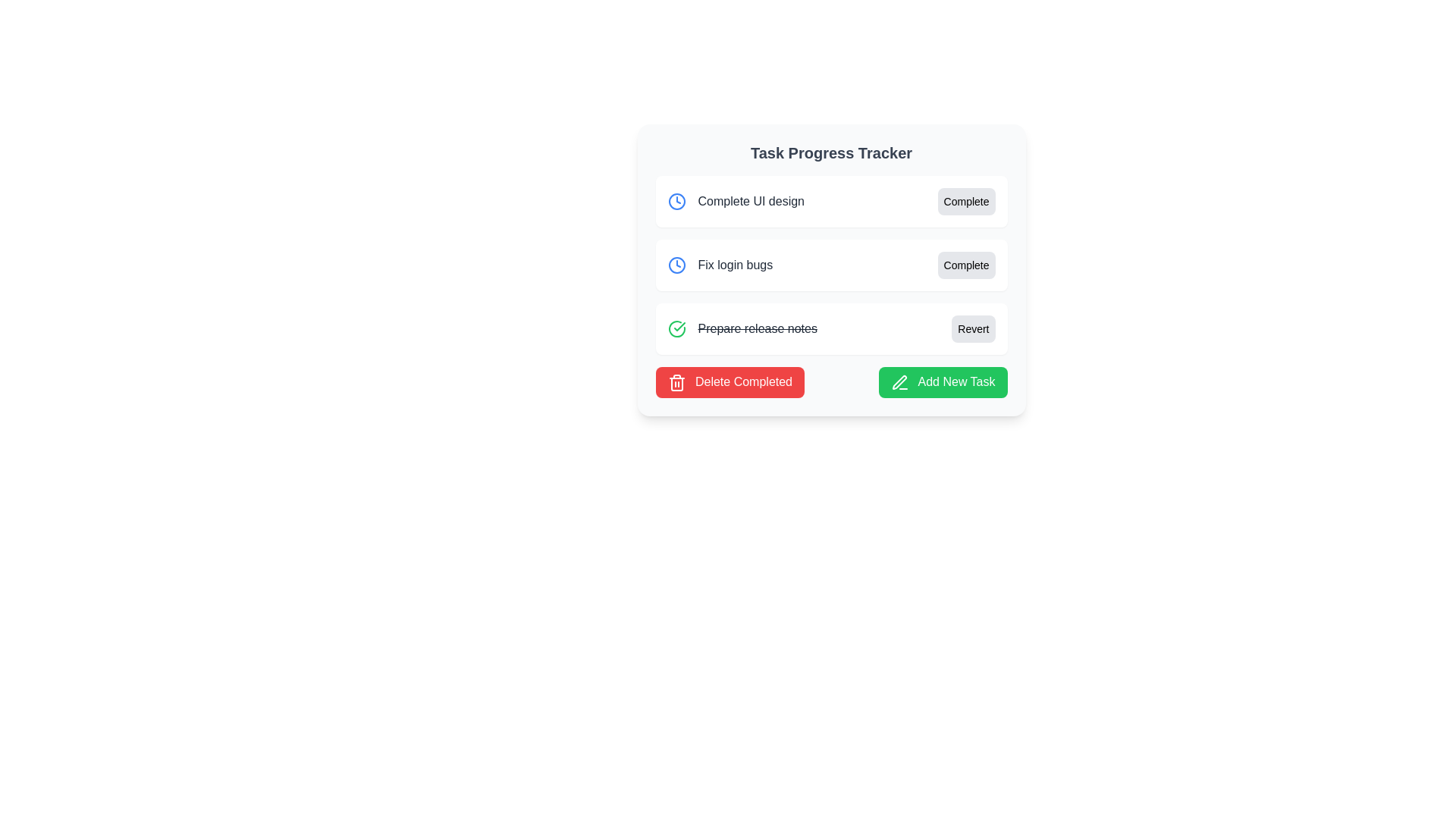 This screenshot has height=819, width=1456. I want to click on the rectangular button with rounded corners that has a light gray background and the text 'Complete', so click(965, 265).